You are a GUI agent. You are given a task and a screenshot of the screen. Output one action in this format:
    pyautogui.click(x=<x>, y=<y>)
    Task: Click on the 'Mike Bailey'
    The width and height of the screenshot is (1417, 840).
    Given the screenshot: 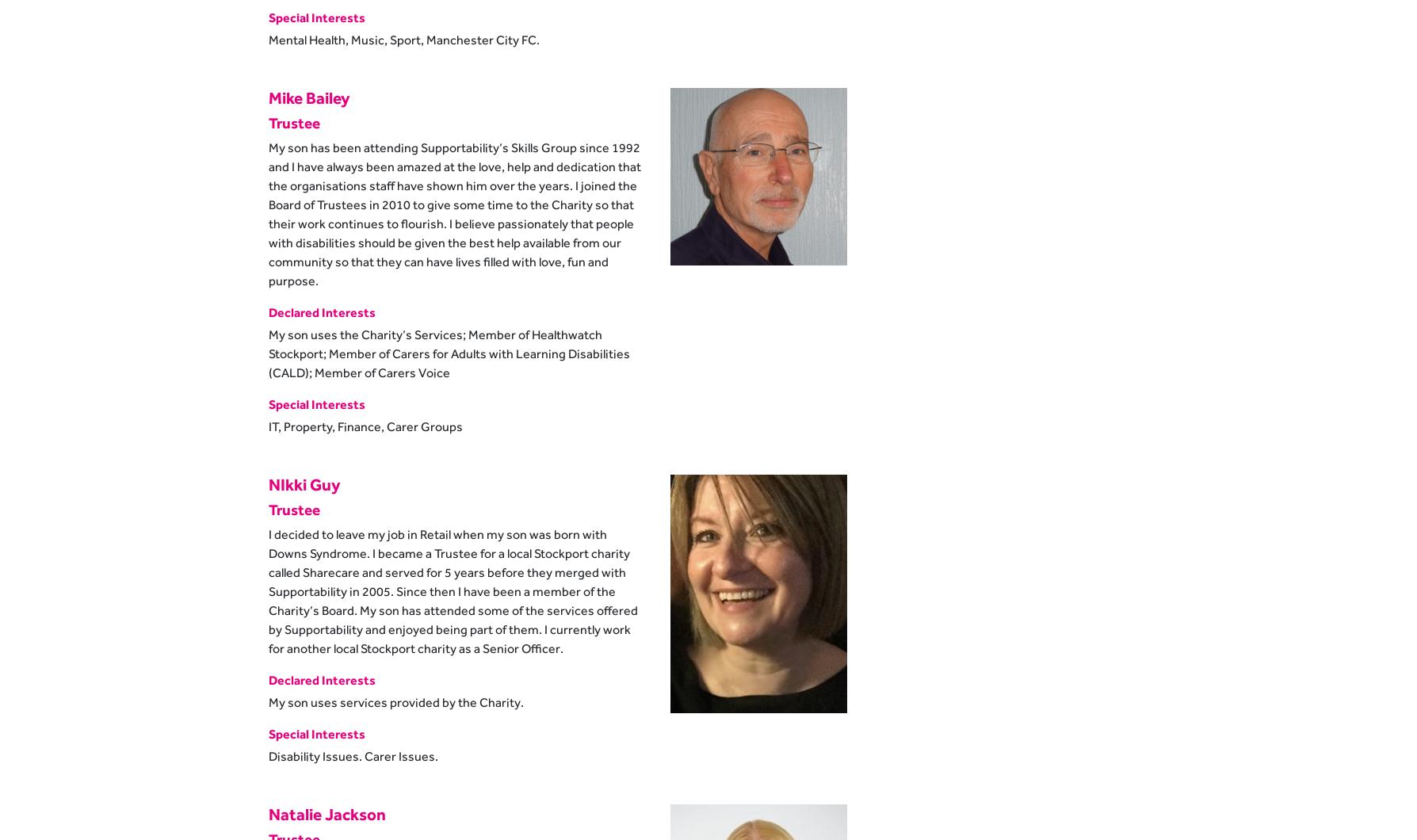 What is the action you would take?
    pyautogui.click(x=308, y=97)
    